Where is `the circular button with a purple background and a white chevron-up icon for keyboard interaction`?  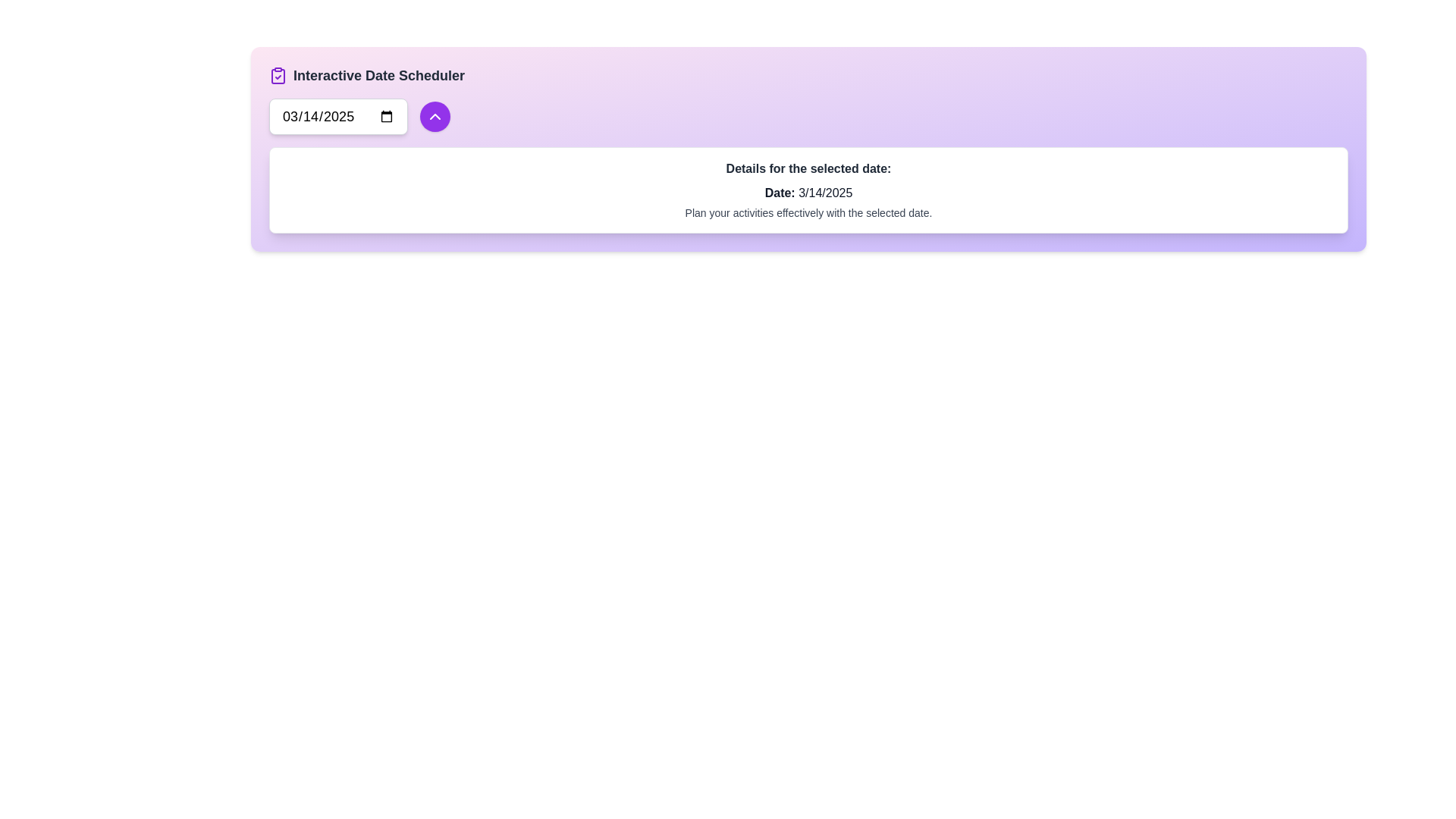
the circular button with a purple background and a white chevron-up icon for keyboard interaction is located at coordinates (435, 116).